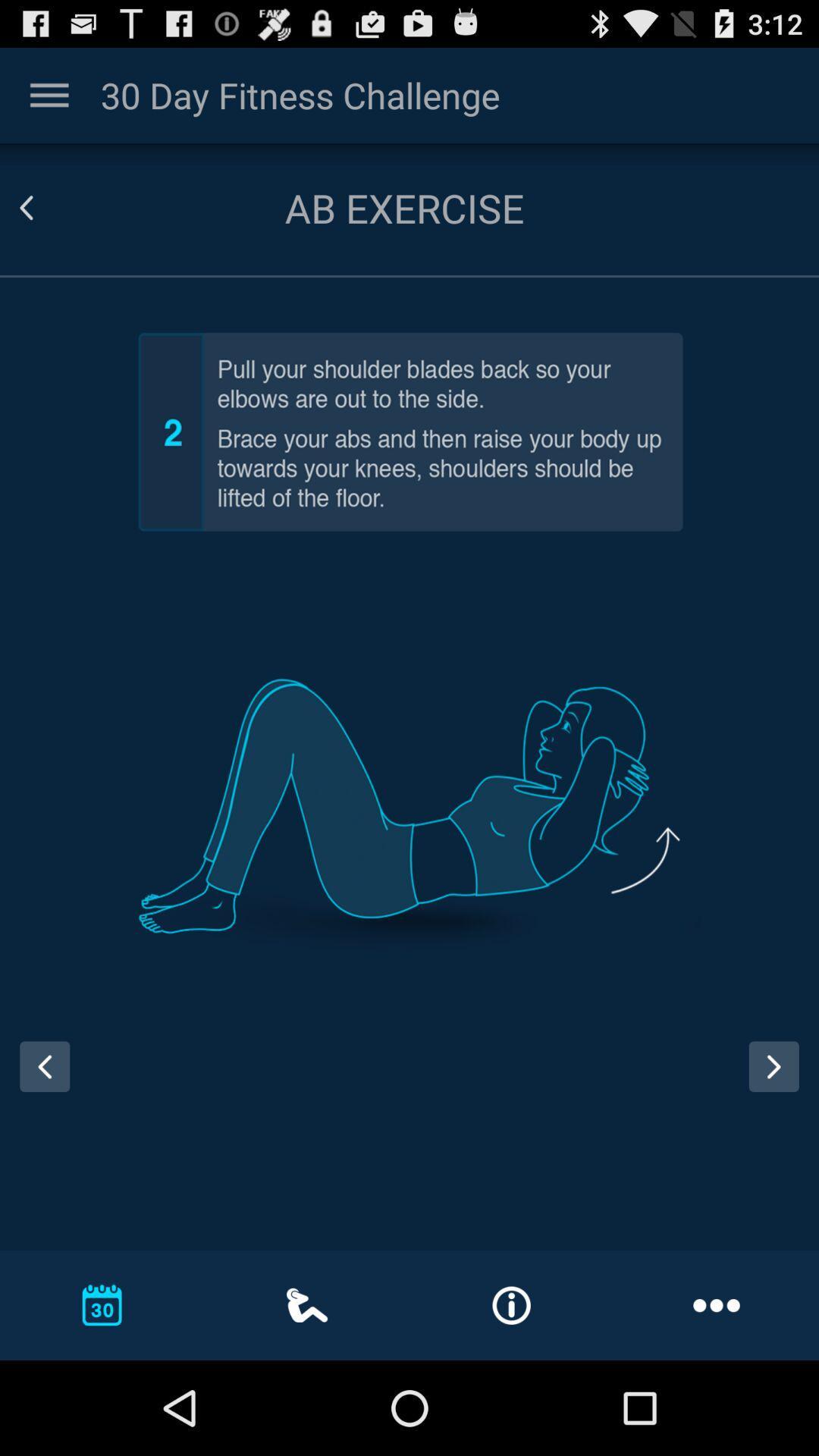 Image resolution: width=819 pixels, height=1456 pixels. I want to click on the arrow_backward icon, so click(44, 221).